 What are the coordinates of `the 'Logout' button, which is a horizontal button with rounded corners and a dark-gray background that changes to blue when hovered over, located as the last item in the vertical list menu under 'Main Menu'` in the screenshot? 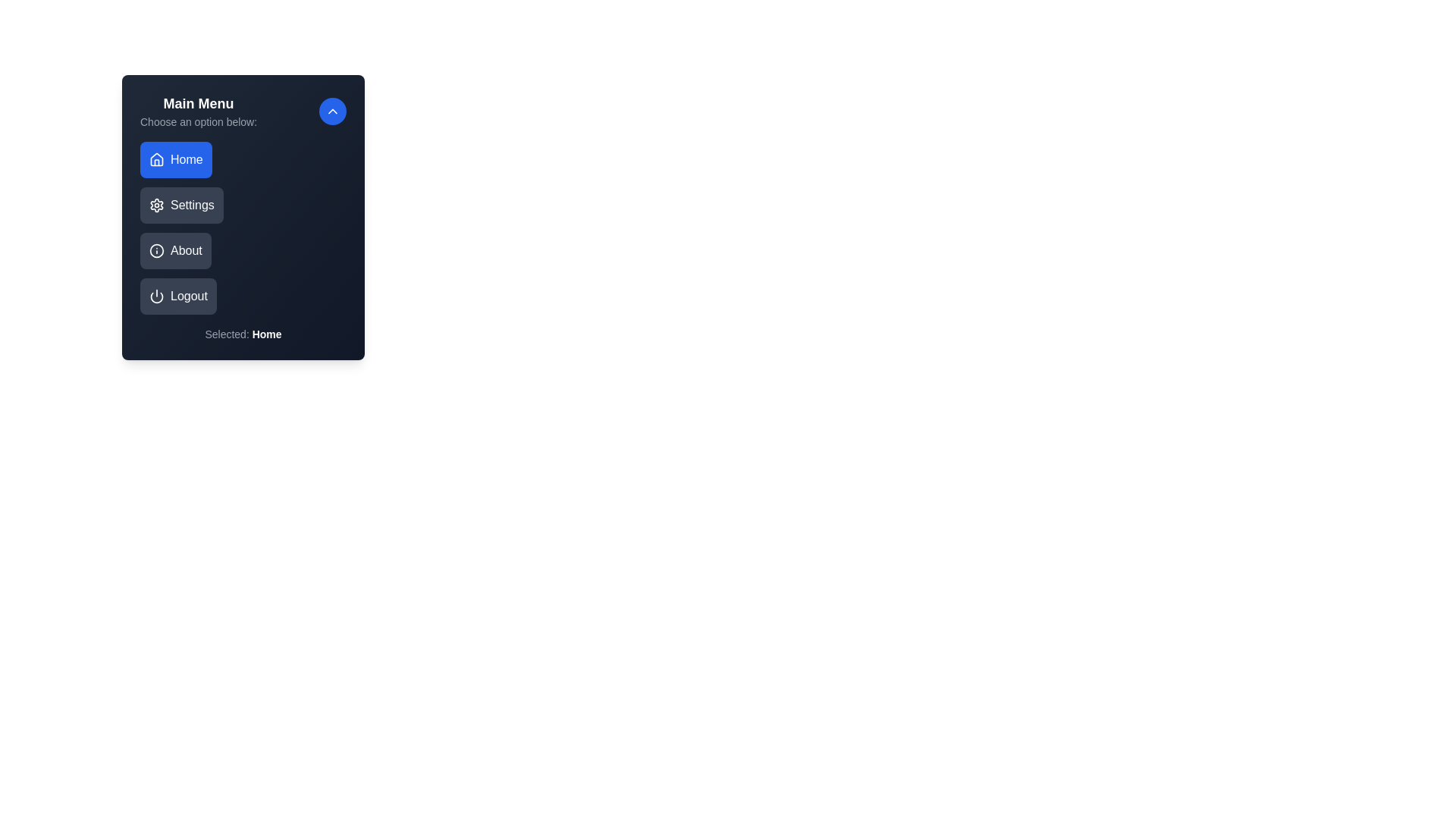 It's located at (178, 296).